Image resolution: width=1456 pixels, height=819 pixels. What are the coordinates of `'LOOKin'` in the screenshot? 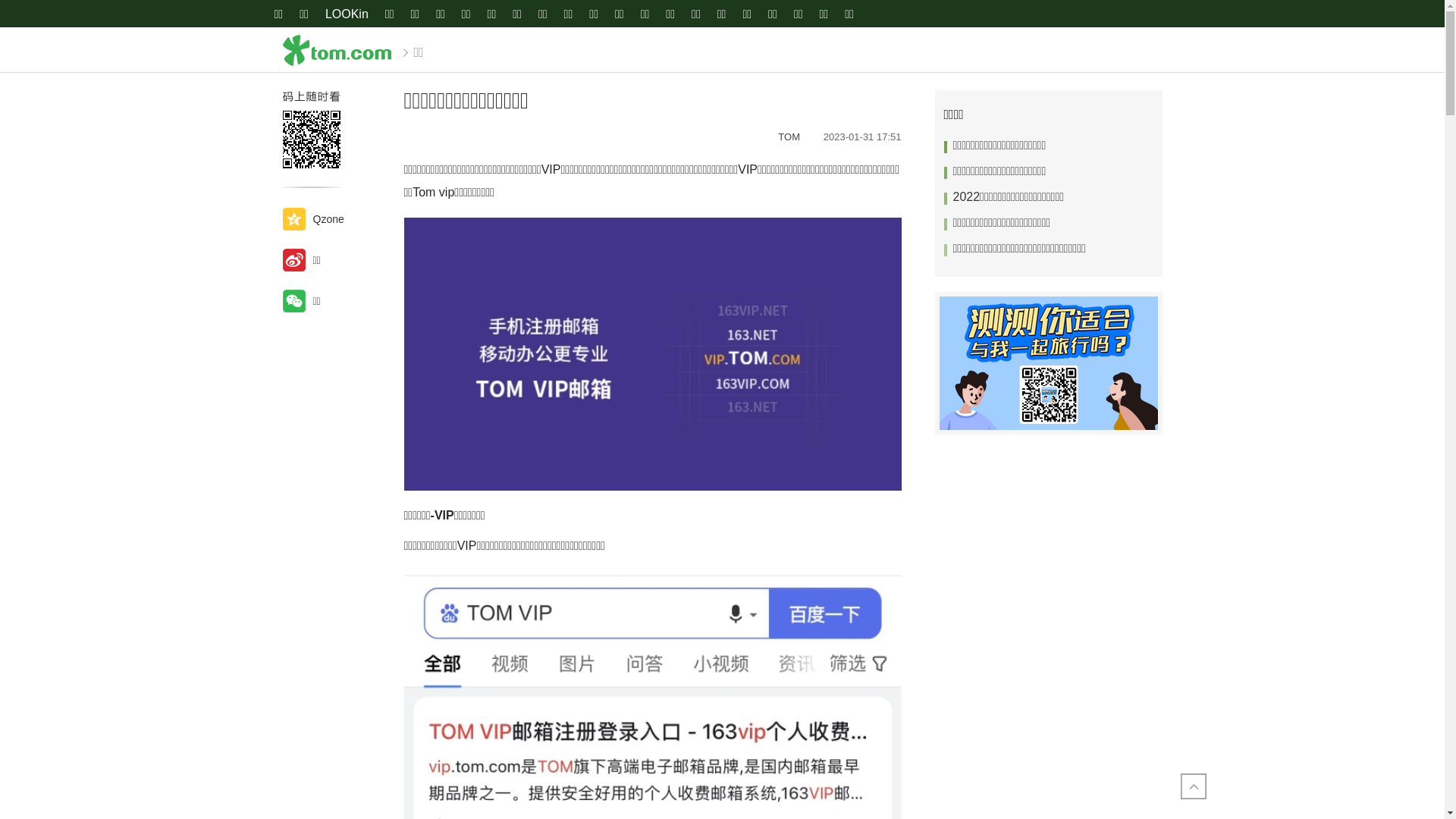 It's located at (322, 14).